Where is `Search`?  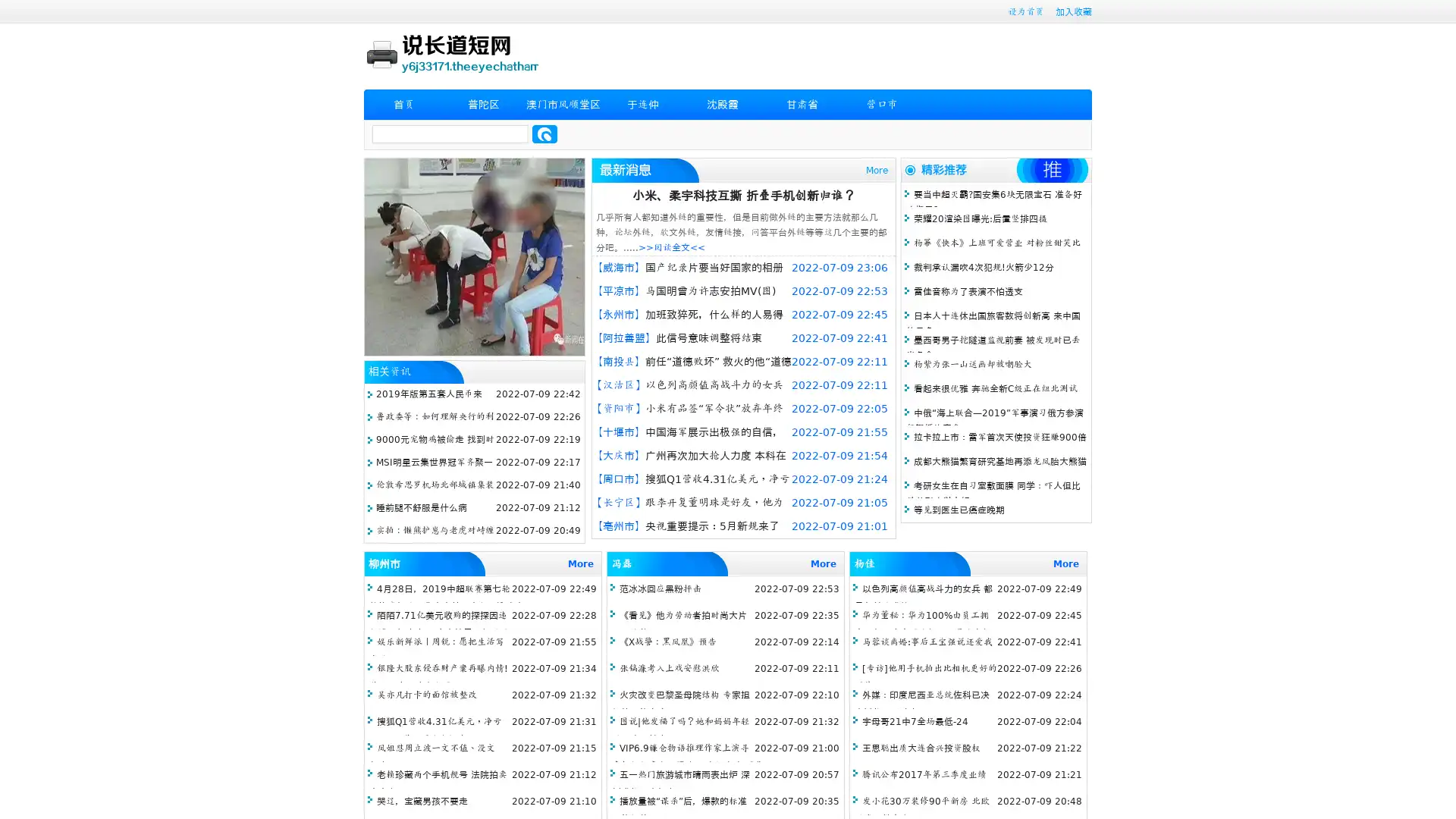 Search is located at coordinates (544, 133).